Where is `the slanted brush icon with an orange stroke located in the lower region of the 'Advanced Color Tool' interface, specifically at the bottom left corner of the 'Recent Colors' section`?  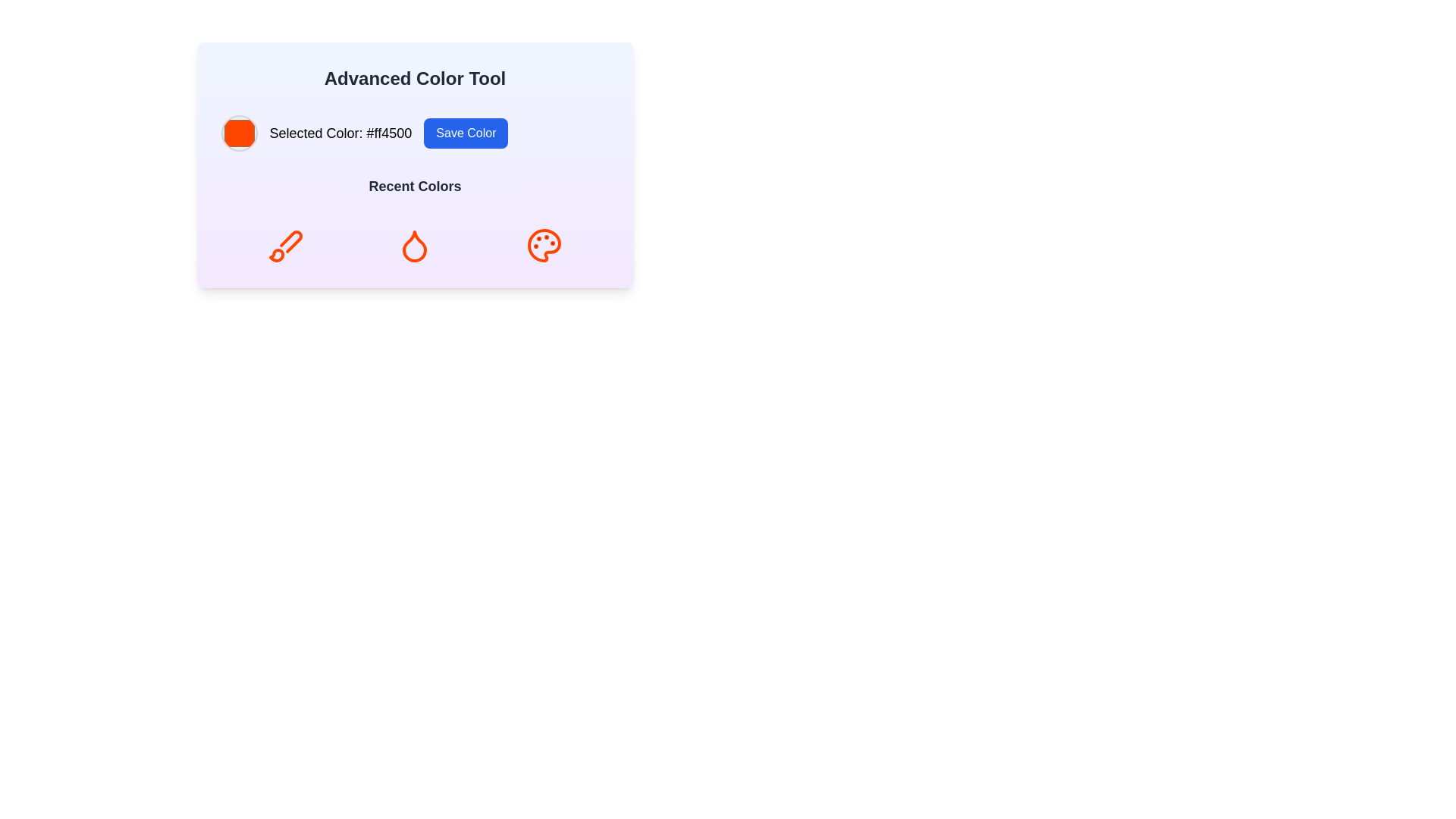 the slanted brush icon with an orange stroke located in the lower region of the 'Advanced Color Tool' interface, specifically at the bottom left corner of the 'Recent Colors' section is located at coordinates (291, 240).